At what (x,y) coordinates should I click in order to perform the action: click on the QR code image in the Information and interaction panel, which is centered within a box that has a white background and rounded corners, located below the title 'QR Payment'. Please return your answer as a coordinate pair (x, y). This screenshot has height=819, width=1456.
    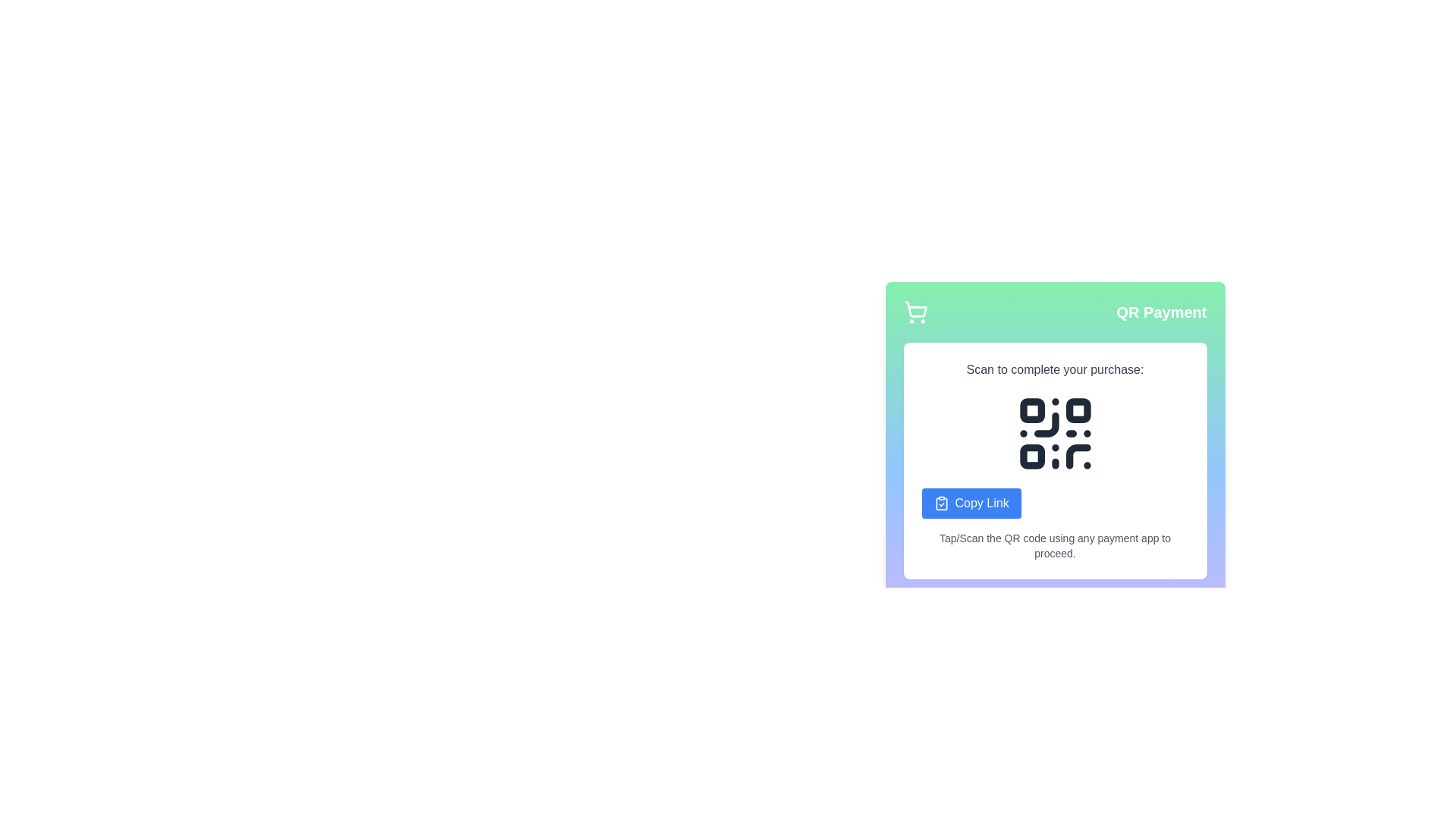
    Looking at the image, I should click on (1054, 460).